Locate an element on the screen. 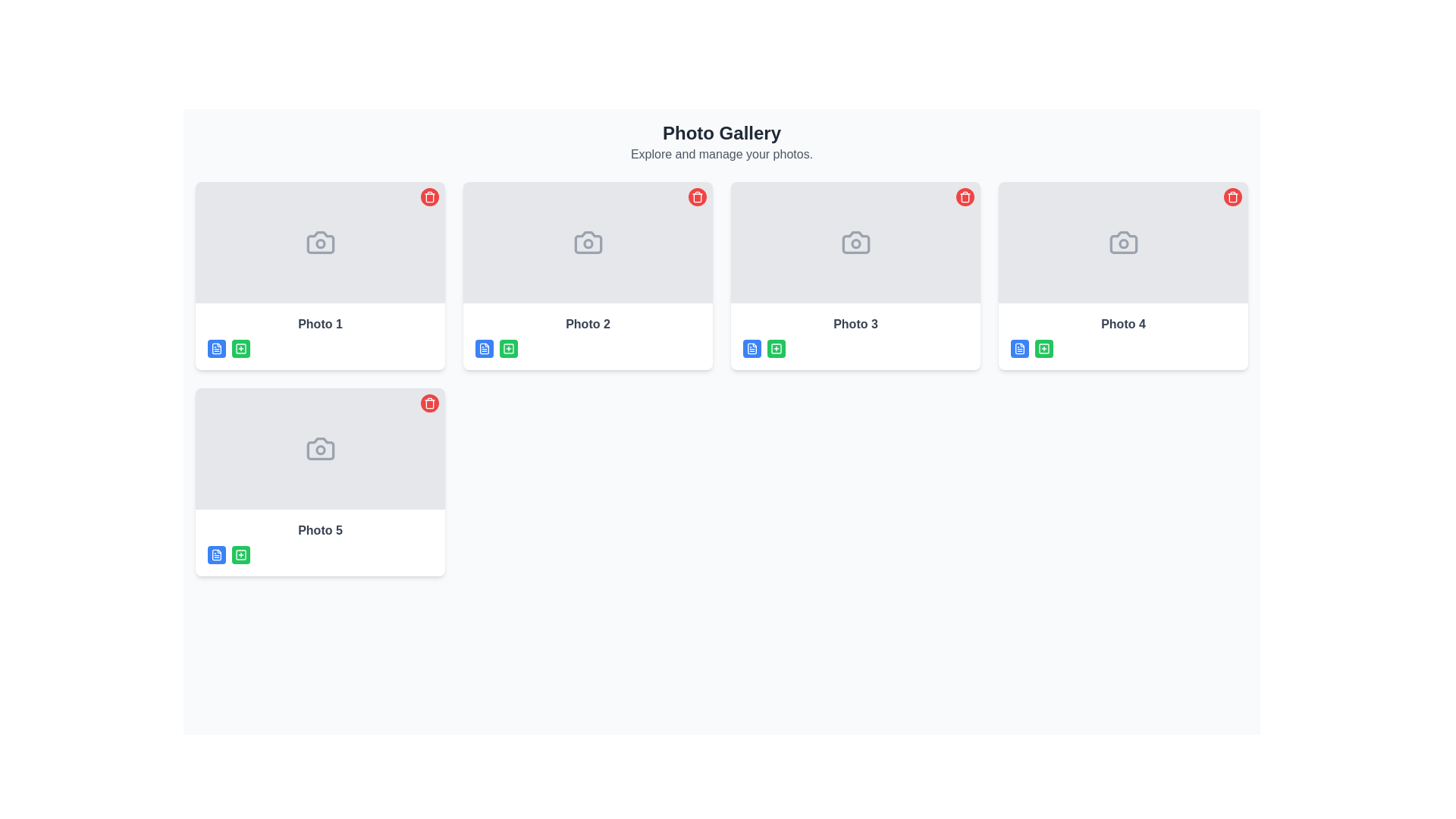 This screenshot has height=819, width=1456. the circular red delete button with a trash icon located at the top-right corner of the 'Photo 5' card is located at coordinates (428, 403).